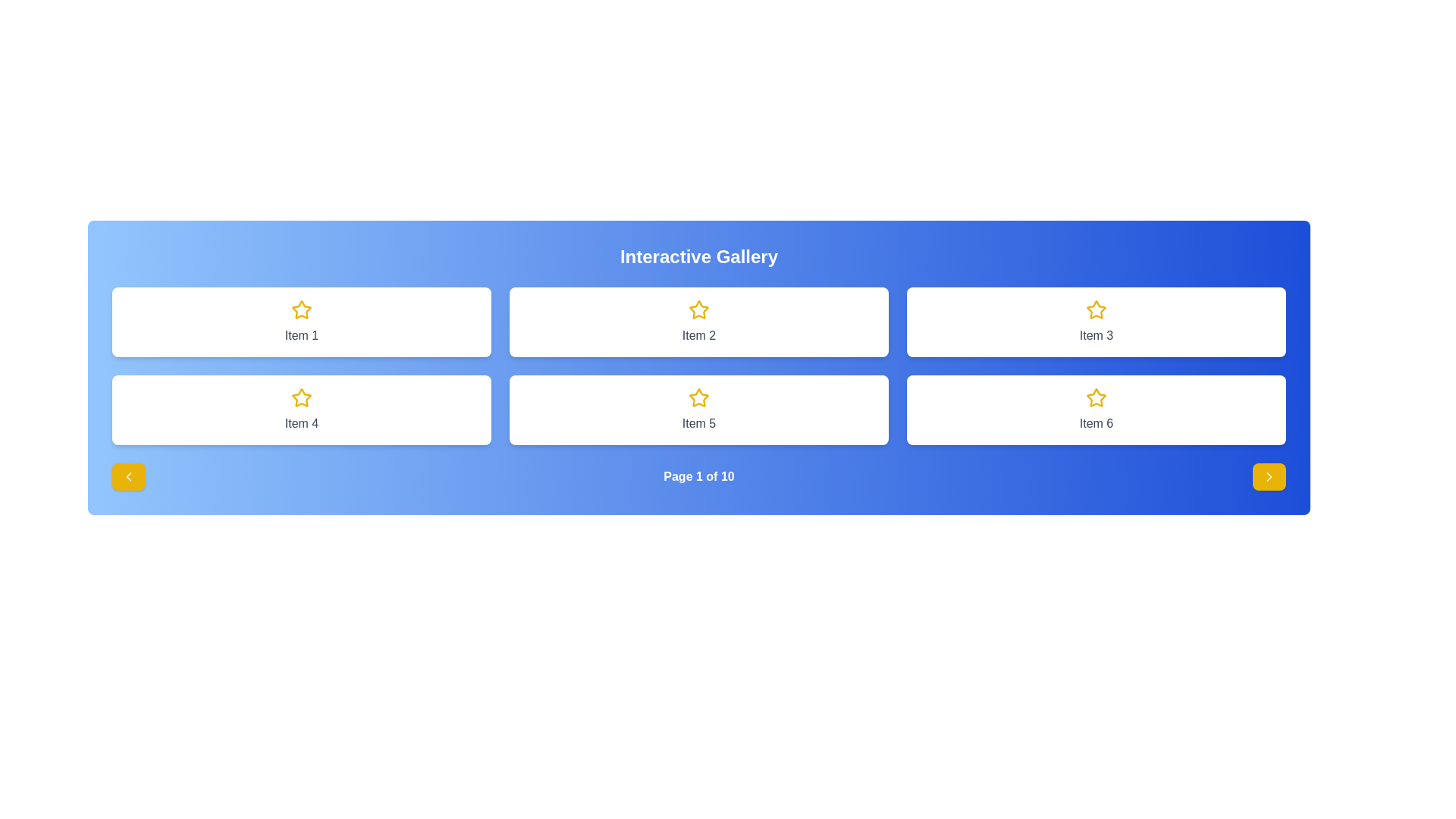  Describe the element at coordinates (698, 397) in the screenshot. I see `the star-shaped icon with a yellow outline located above the text 'Item 5'` at that location.